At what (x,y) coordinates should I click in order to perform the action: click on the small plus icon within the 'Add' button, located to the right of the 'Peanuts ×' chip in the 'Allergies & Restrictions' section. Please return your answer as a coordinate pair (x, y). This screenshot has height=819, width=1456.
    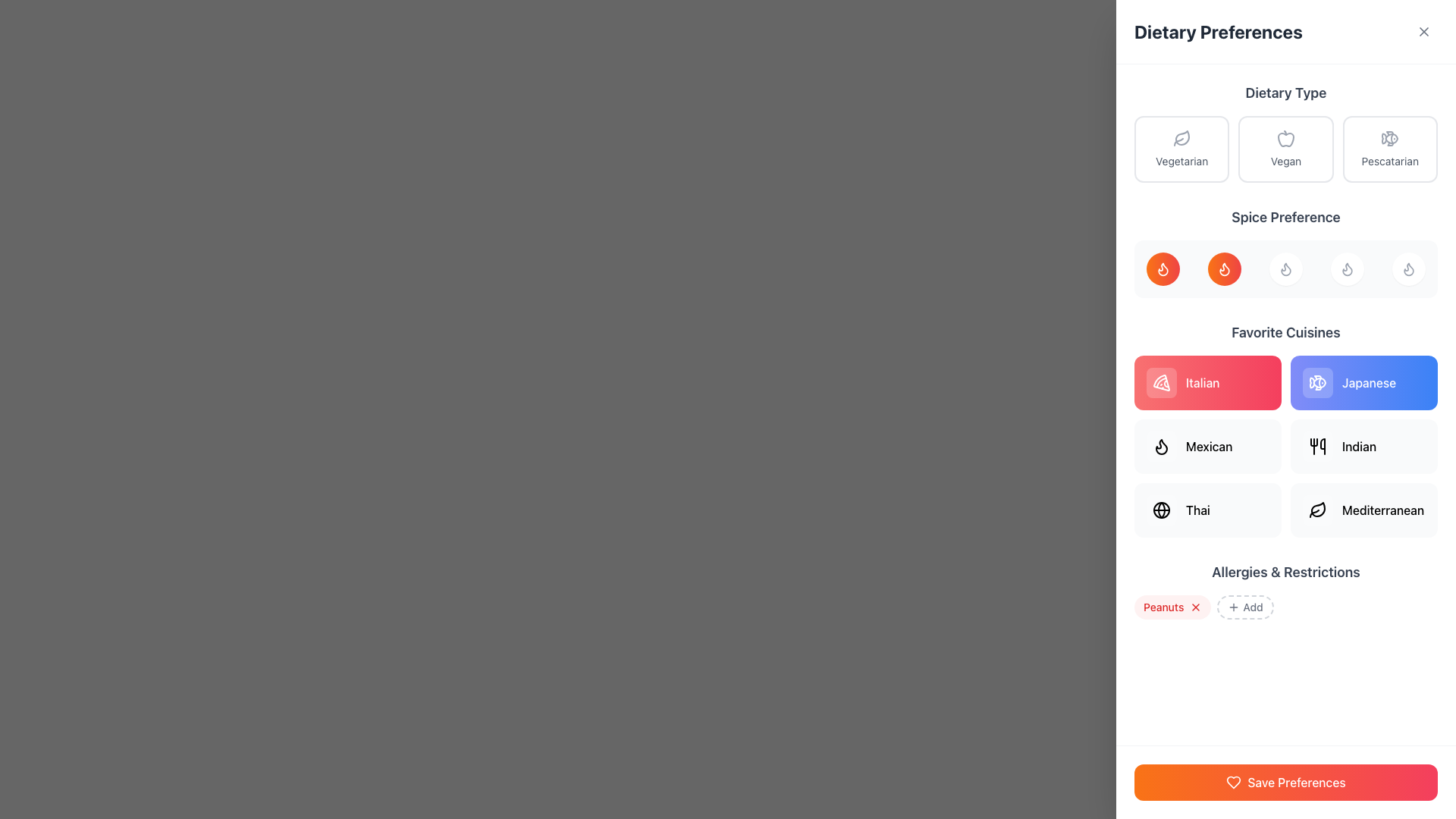
    Looking at the image, I should click on (1234, 607).